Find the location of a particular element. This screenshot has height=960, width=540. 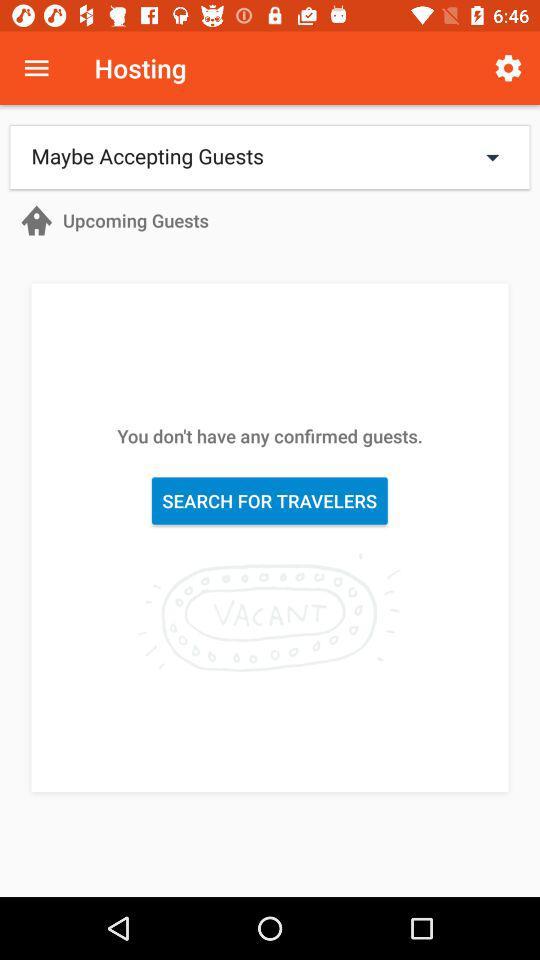

open menu is located at coordinates (36, 68).